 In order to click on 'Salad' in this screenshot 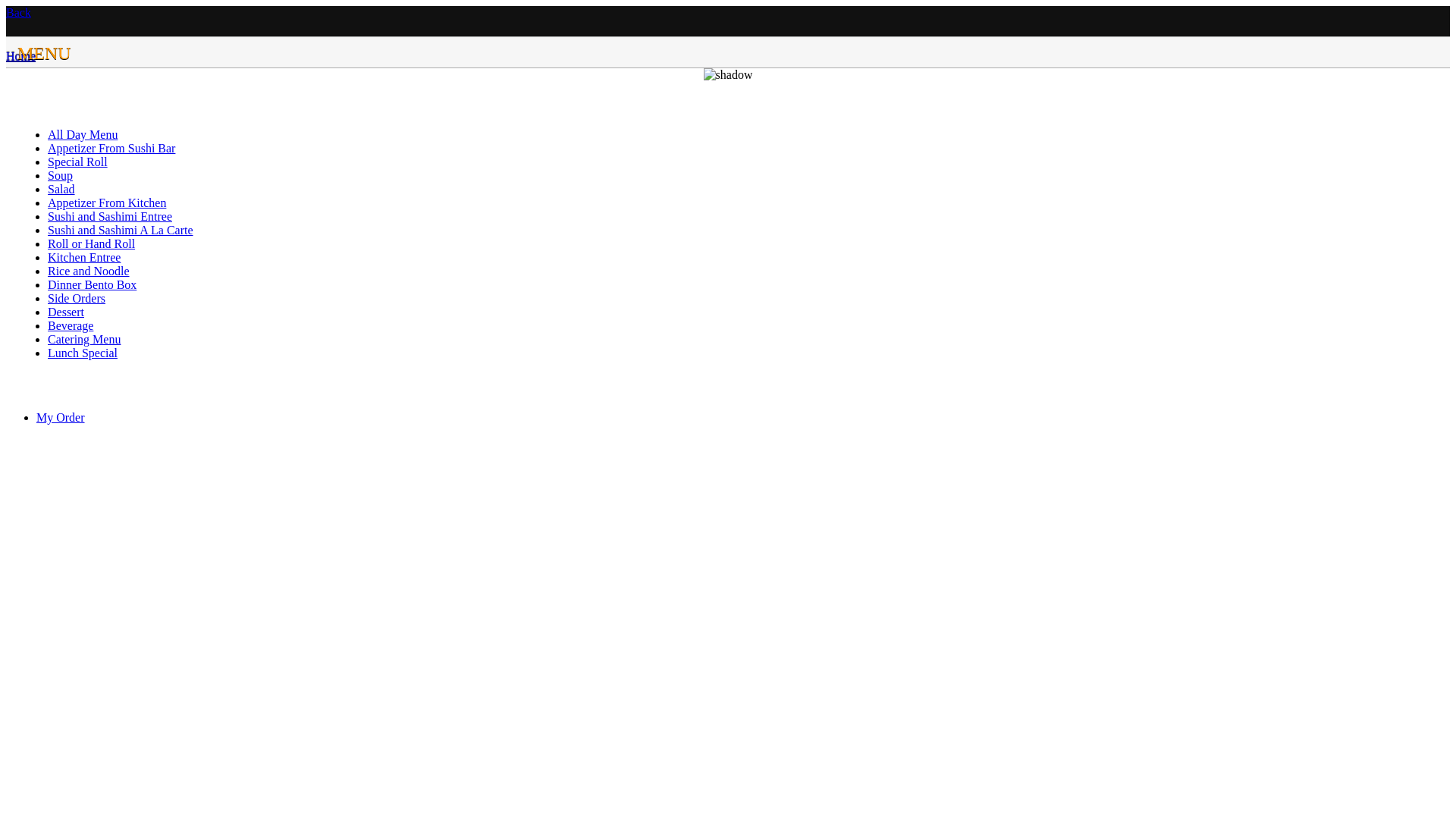, I will do `click(61, 188)`.